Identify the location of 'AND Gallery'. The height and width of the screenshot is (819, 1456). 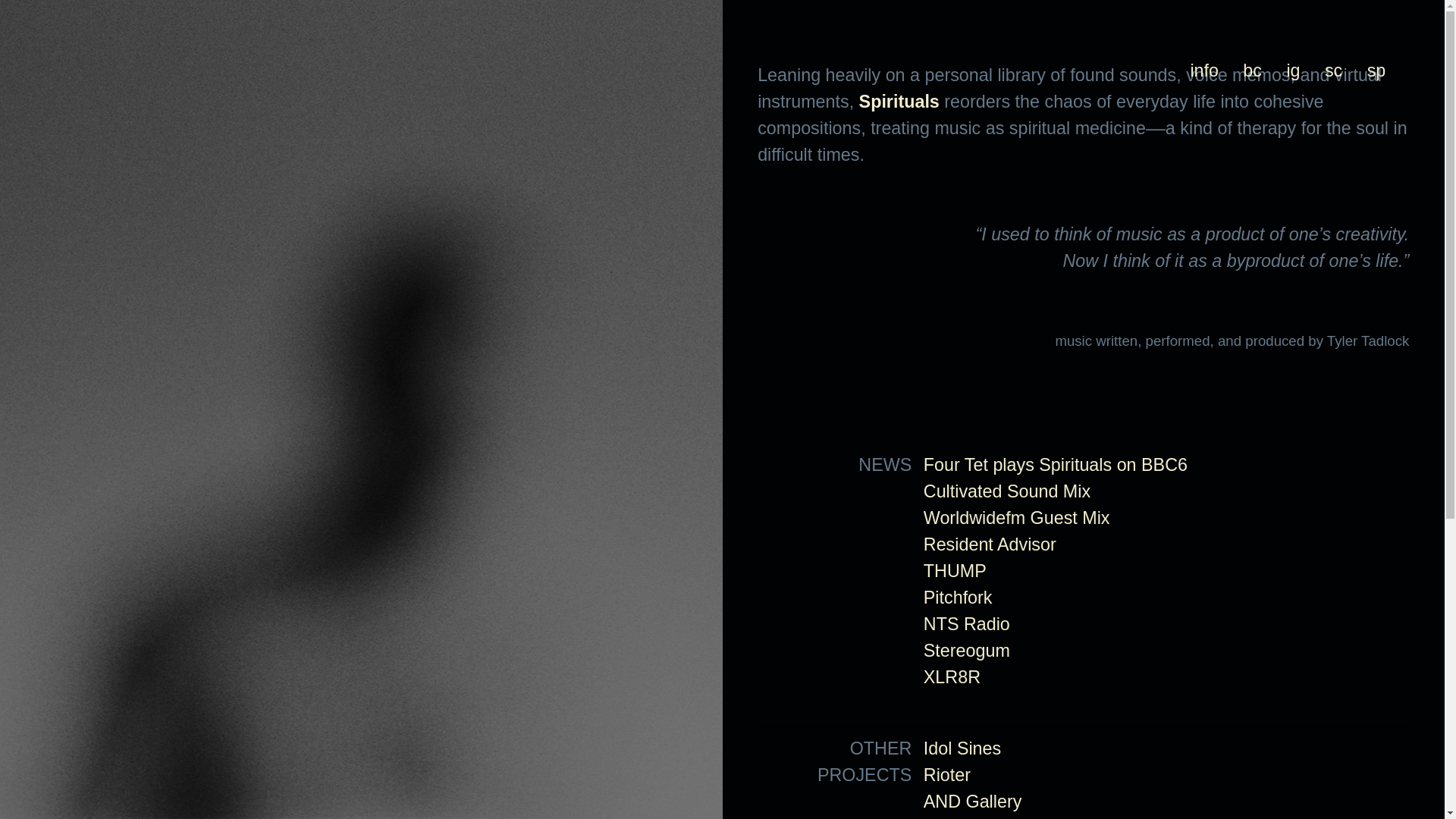
(972, 801).